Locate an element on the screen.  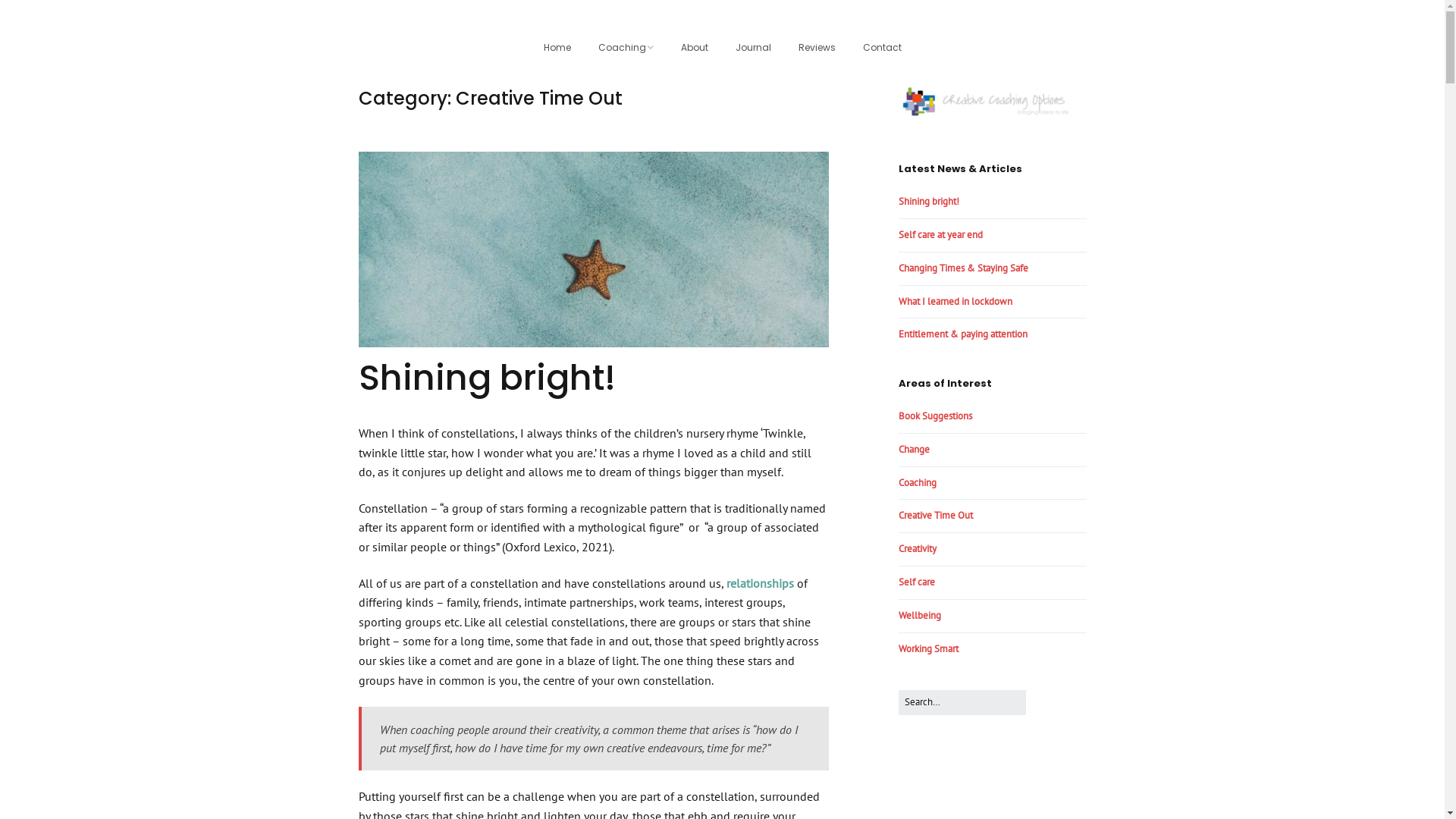
'Change' is located at coordinates (912, 448).